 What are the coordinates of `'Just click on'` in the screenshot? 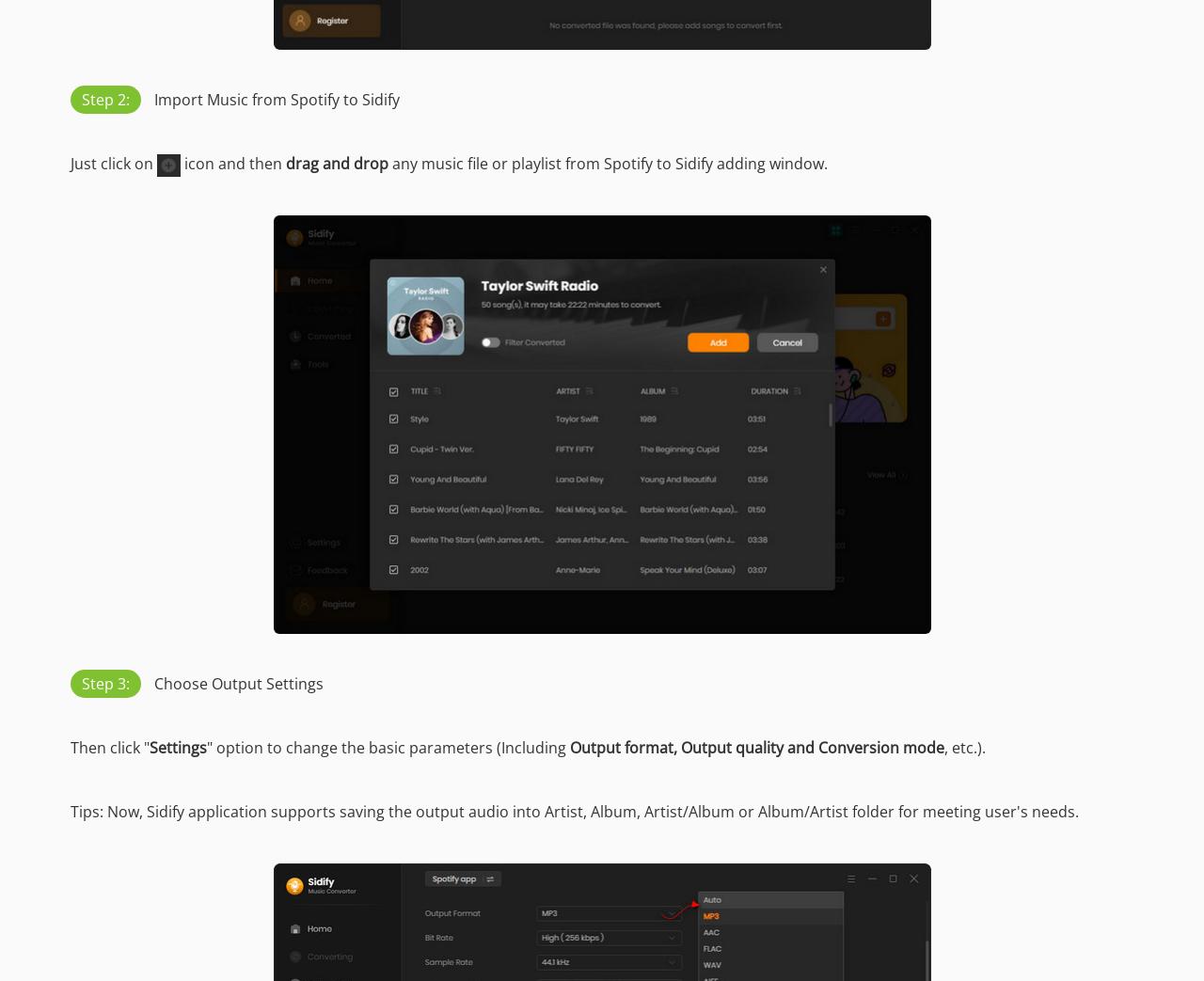 It's located at (112, 162).